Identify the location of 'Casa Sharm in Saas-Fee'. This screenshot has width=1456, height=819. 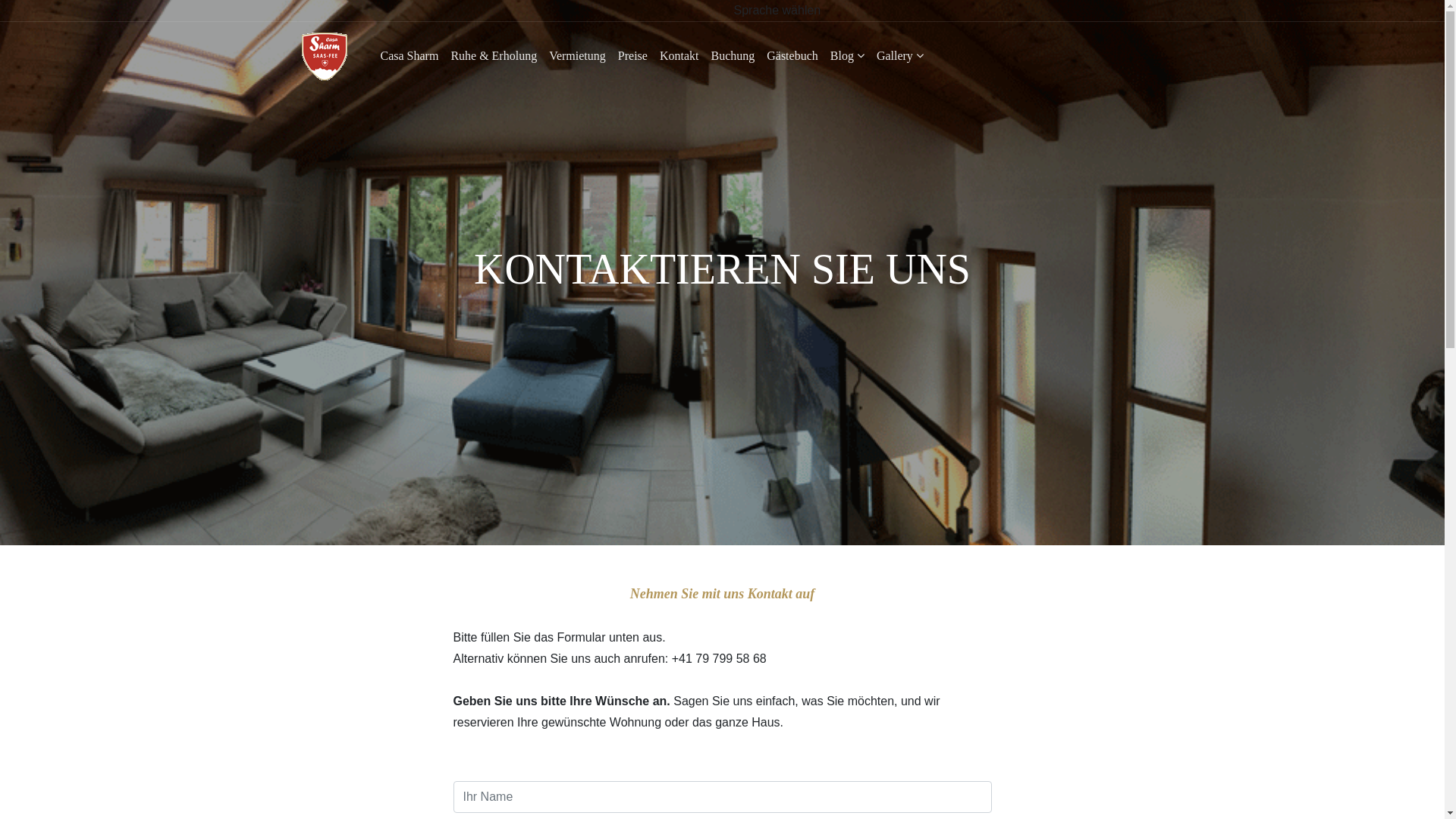
(323, 55).